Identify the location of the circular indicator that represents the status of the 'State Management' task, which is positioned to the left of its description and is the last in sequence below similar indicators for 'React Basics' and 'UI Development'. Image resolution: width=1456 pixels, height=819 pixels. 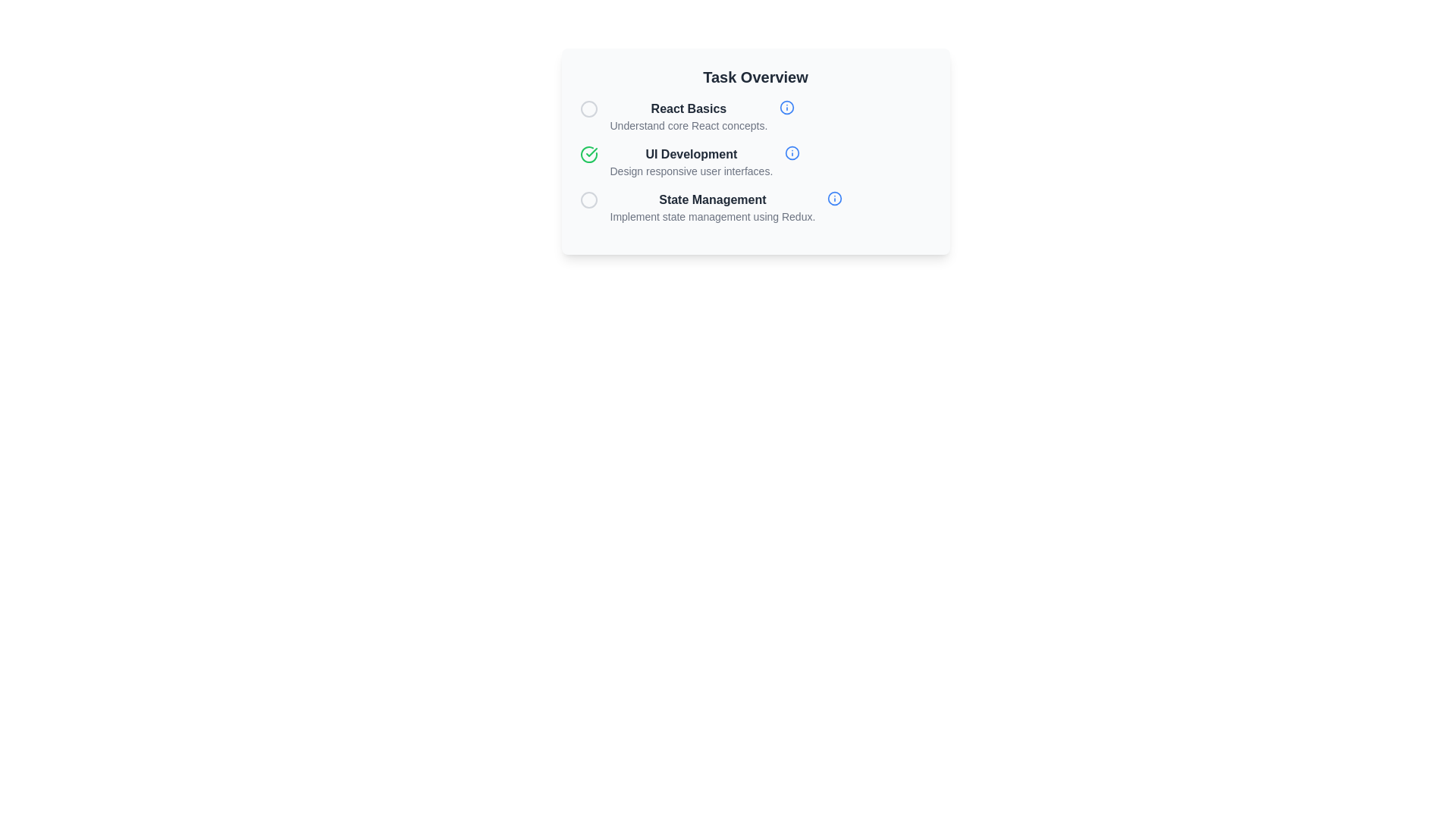
(588, 199).